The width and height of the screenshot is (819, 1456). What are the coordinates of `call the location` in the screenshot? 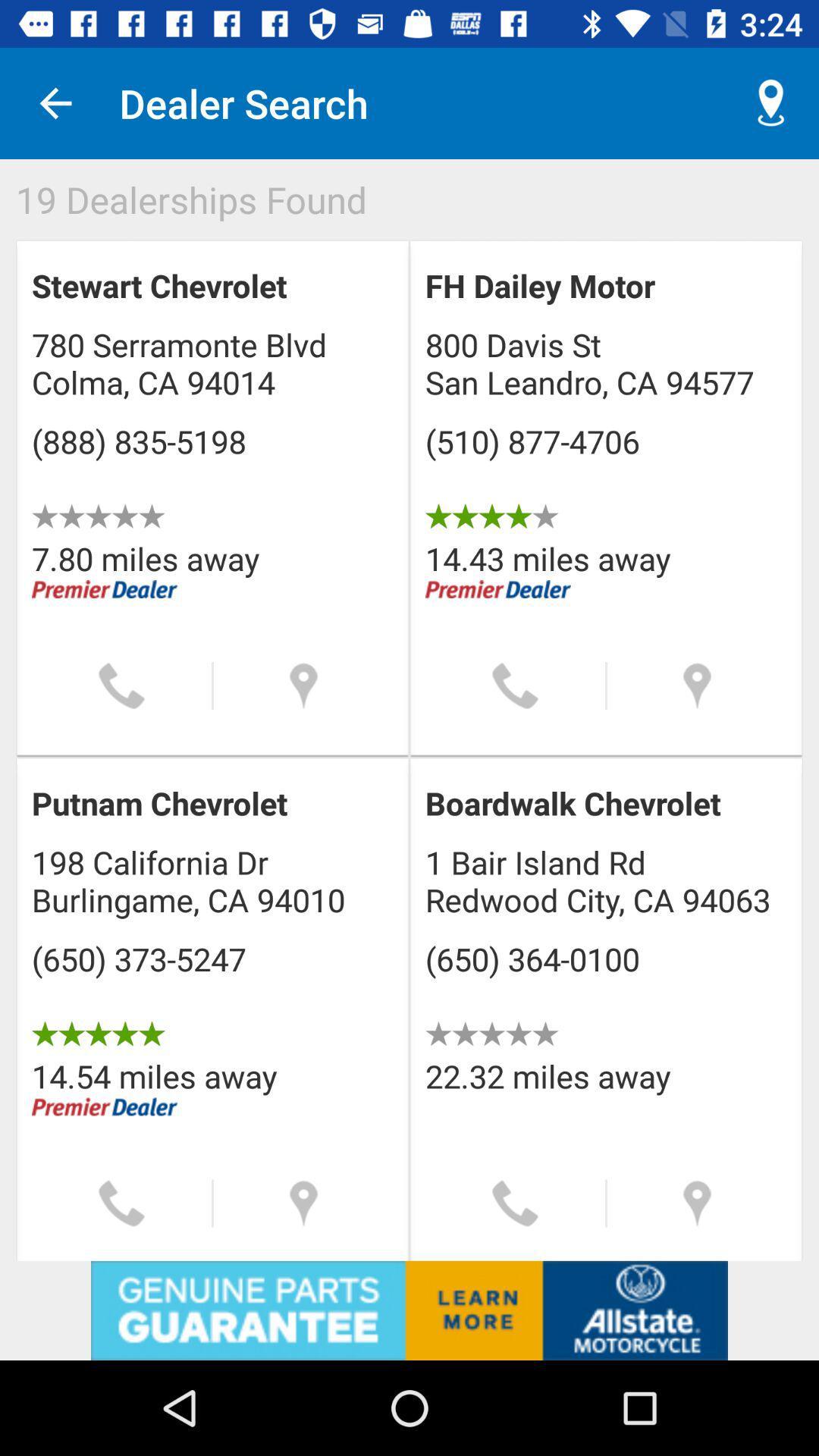 It's located at (514, 685).